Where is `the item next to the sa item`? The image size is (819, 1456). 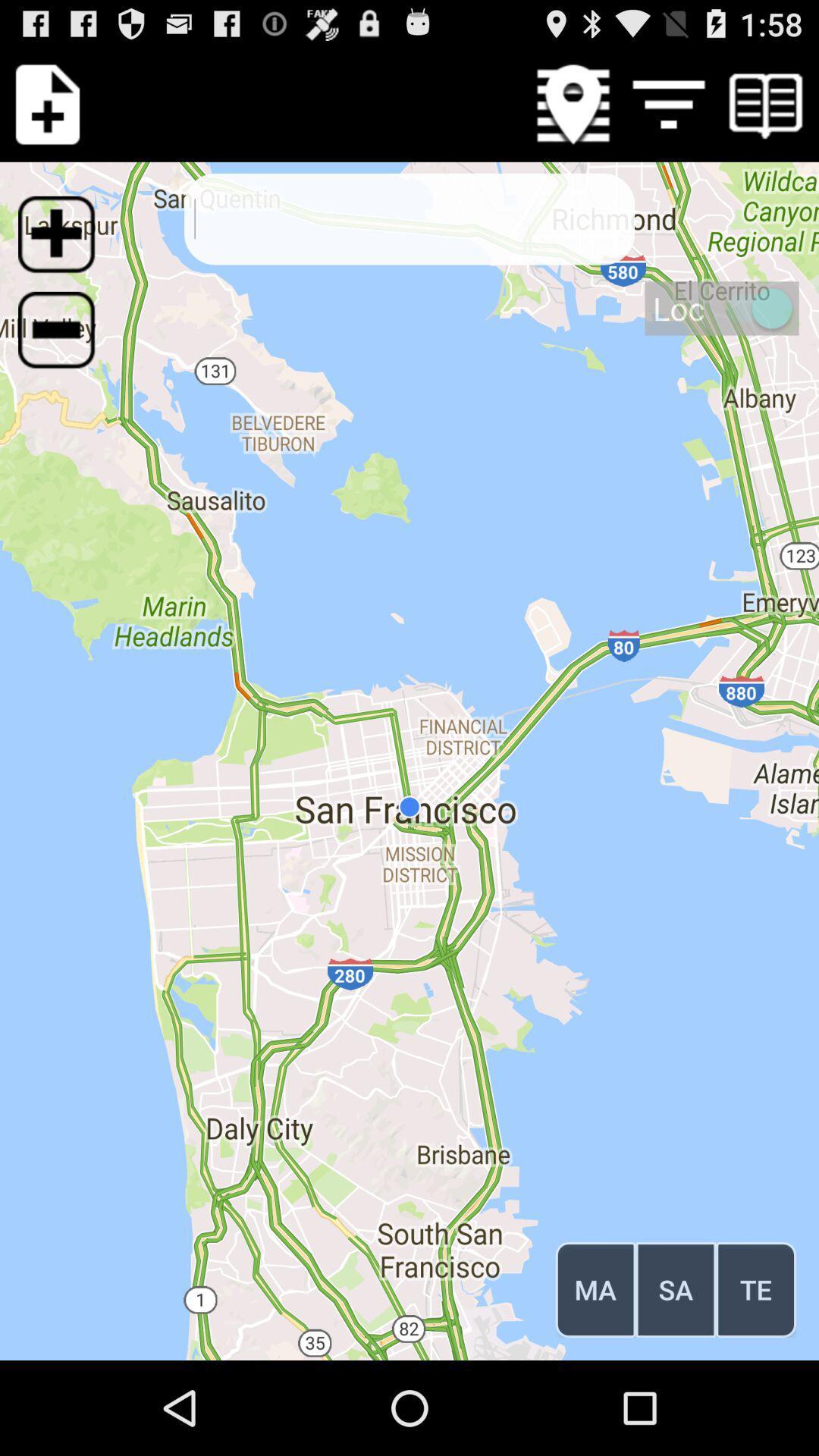 the item next to the sa item is located at coordinates (756, 1288).